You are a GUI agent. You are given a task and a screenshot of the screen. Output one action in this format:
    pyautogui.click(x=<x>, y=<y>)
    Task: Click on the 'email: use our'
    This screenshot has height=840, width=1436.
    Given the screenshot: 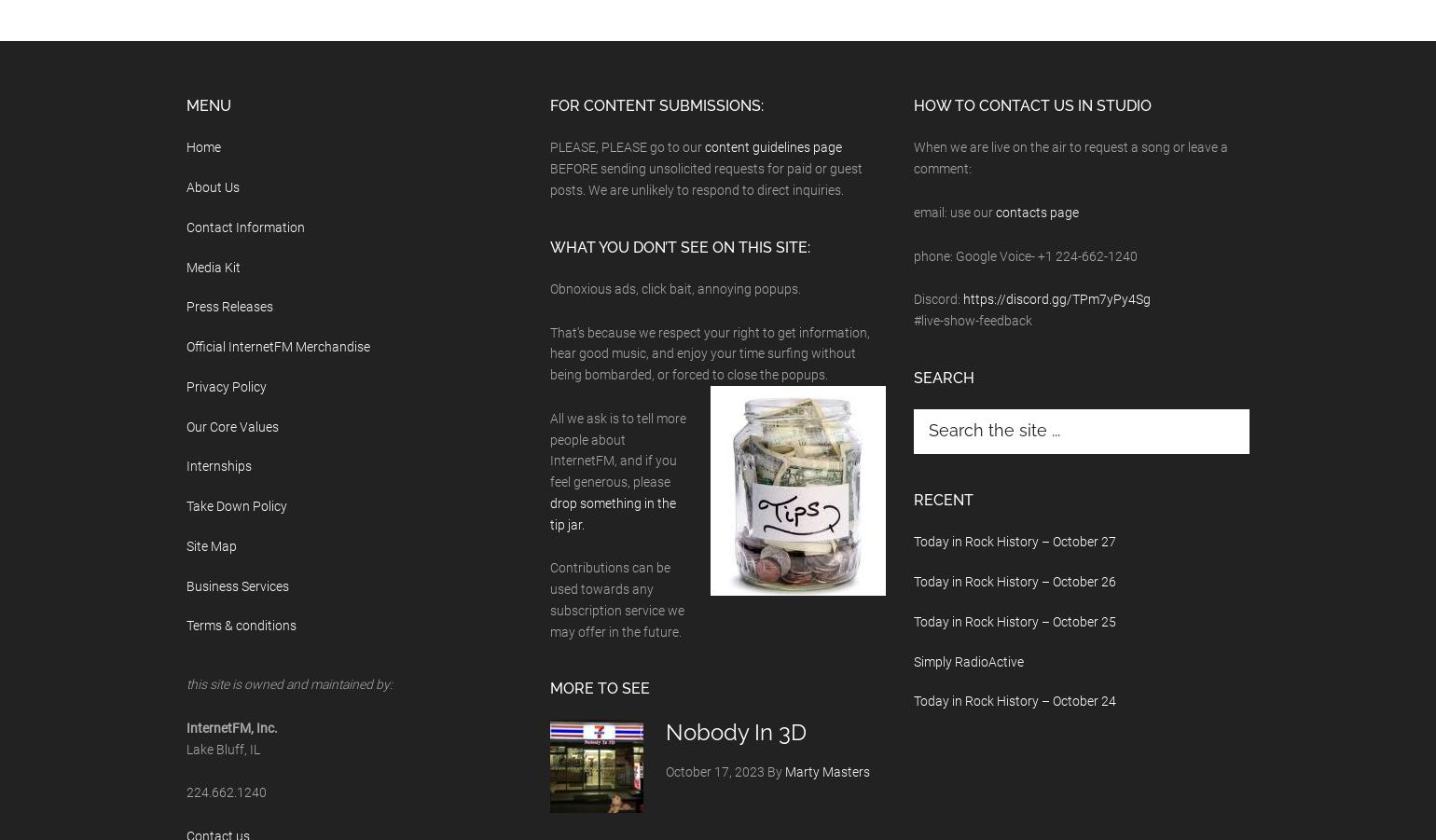 What is the action you would take?
    pyautogui.click(x=954, y=210)
    